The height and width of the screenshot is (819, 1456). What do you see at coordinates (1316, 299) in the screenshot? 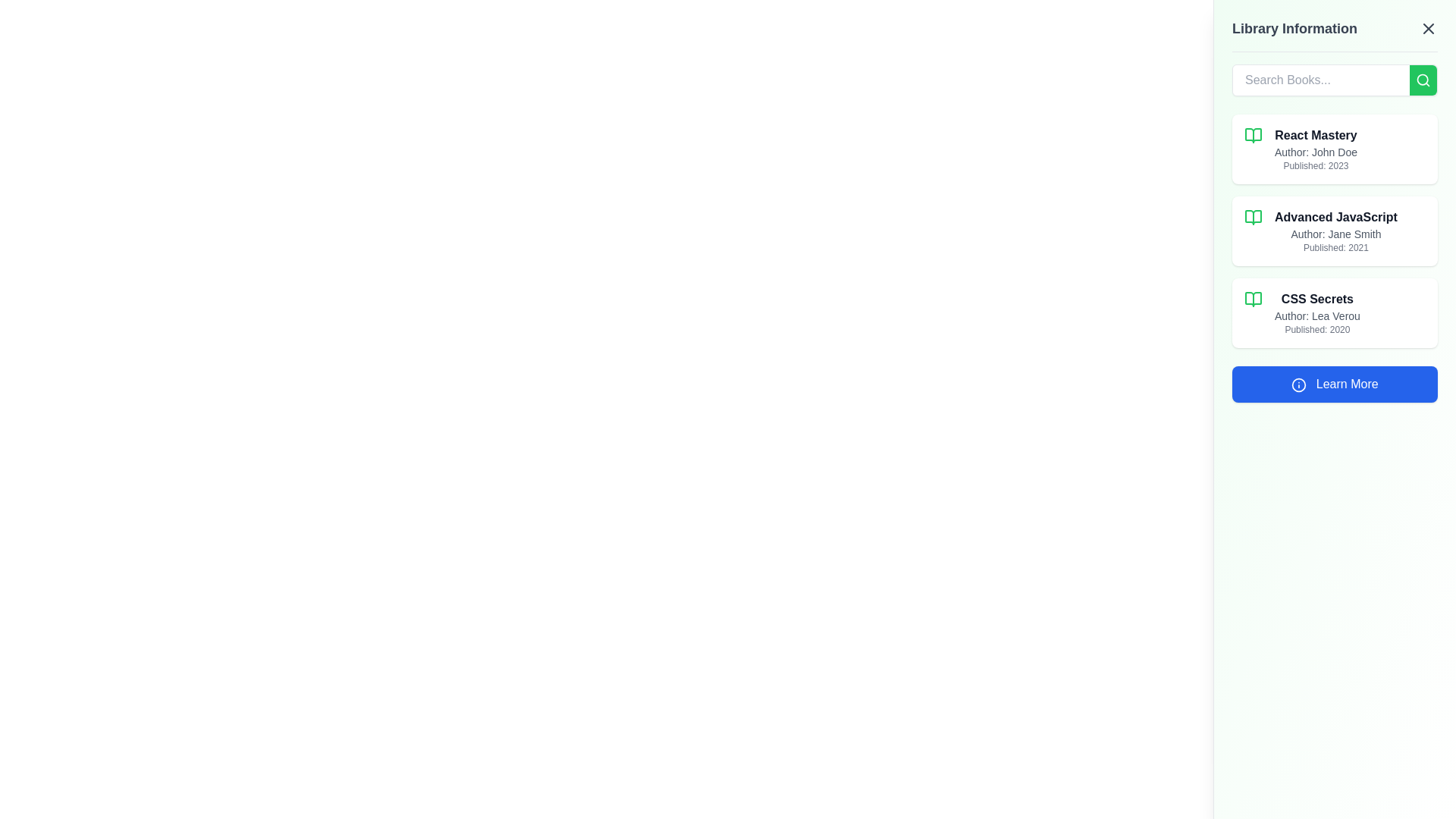
I see `the text label displaying the title 'CSS Secrets', which is styled in bold, dark gray font and is the title of the third book in the list on the right panel` at bounding box center [1316, 299].